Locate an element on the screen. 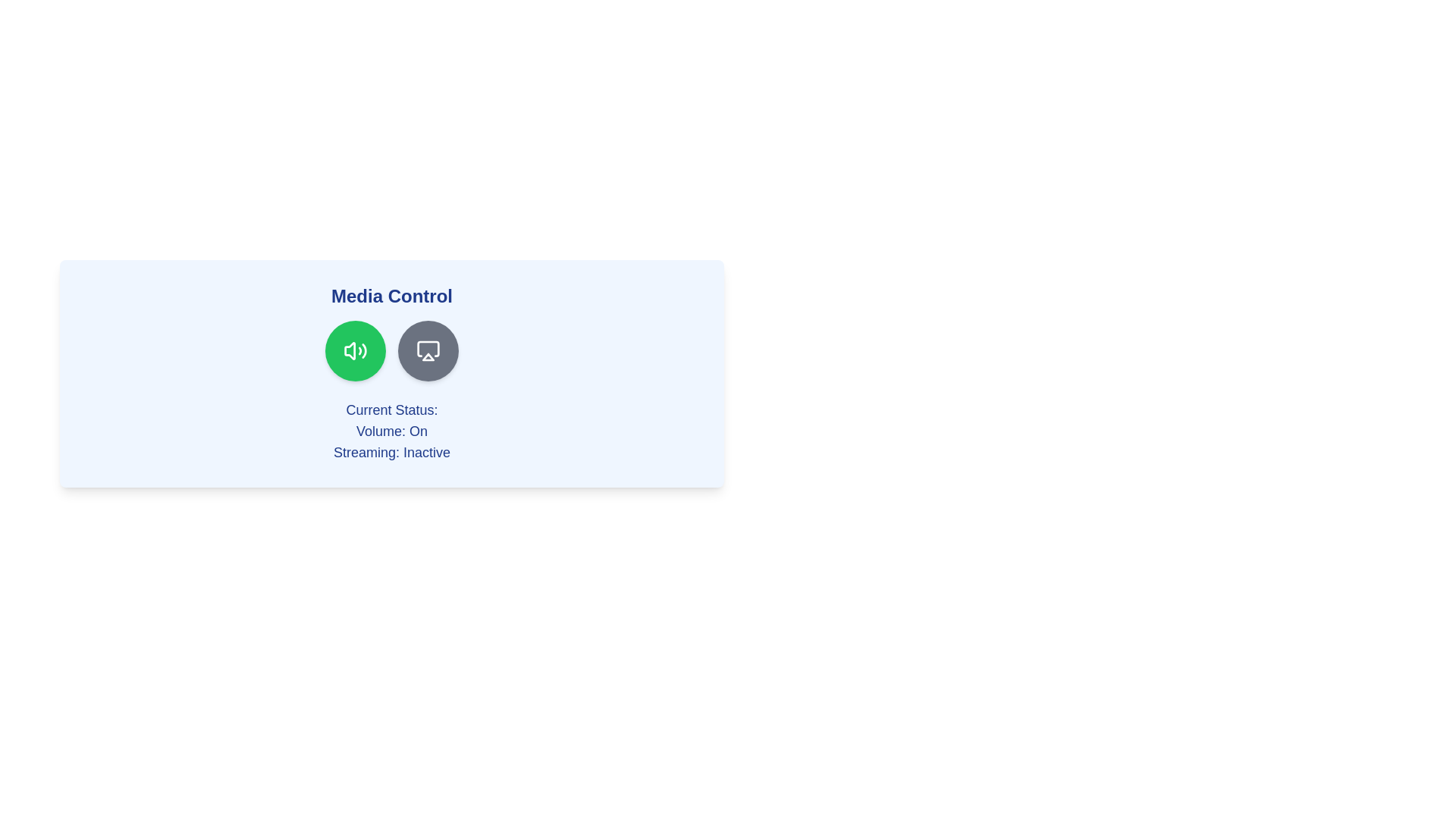  the green button with the speaker icon to toggle the volume is located at coordinates (355, 350).